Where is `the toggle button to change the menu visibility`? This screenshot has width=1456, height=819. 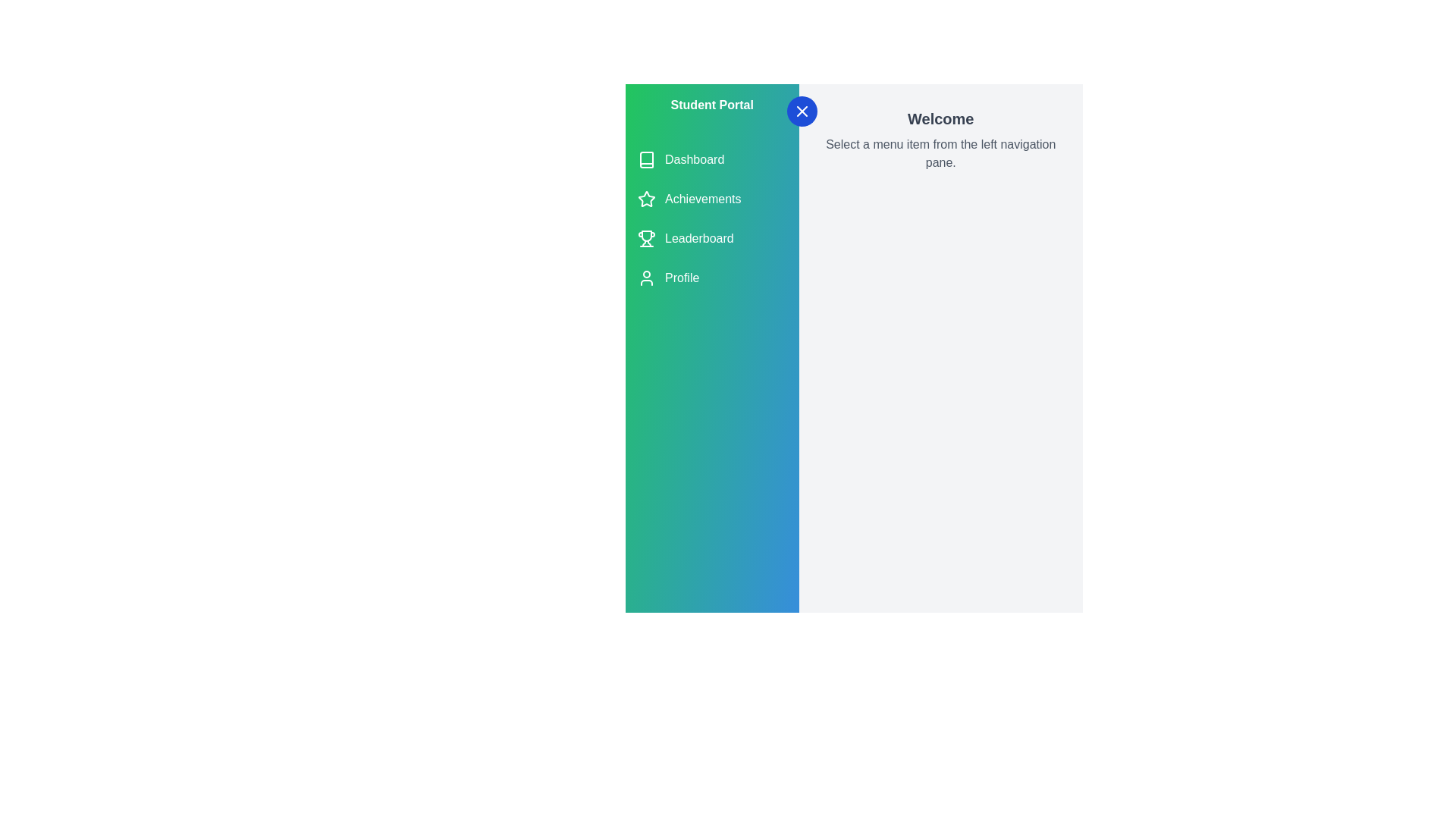 the toggle button to change the menu visibility is located at coordinates (801, 110).